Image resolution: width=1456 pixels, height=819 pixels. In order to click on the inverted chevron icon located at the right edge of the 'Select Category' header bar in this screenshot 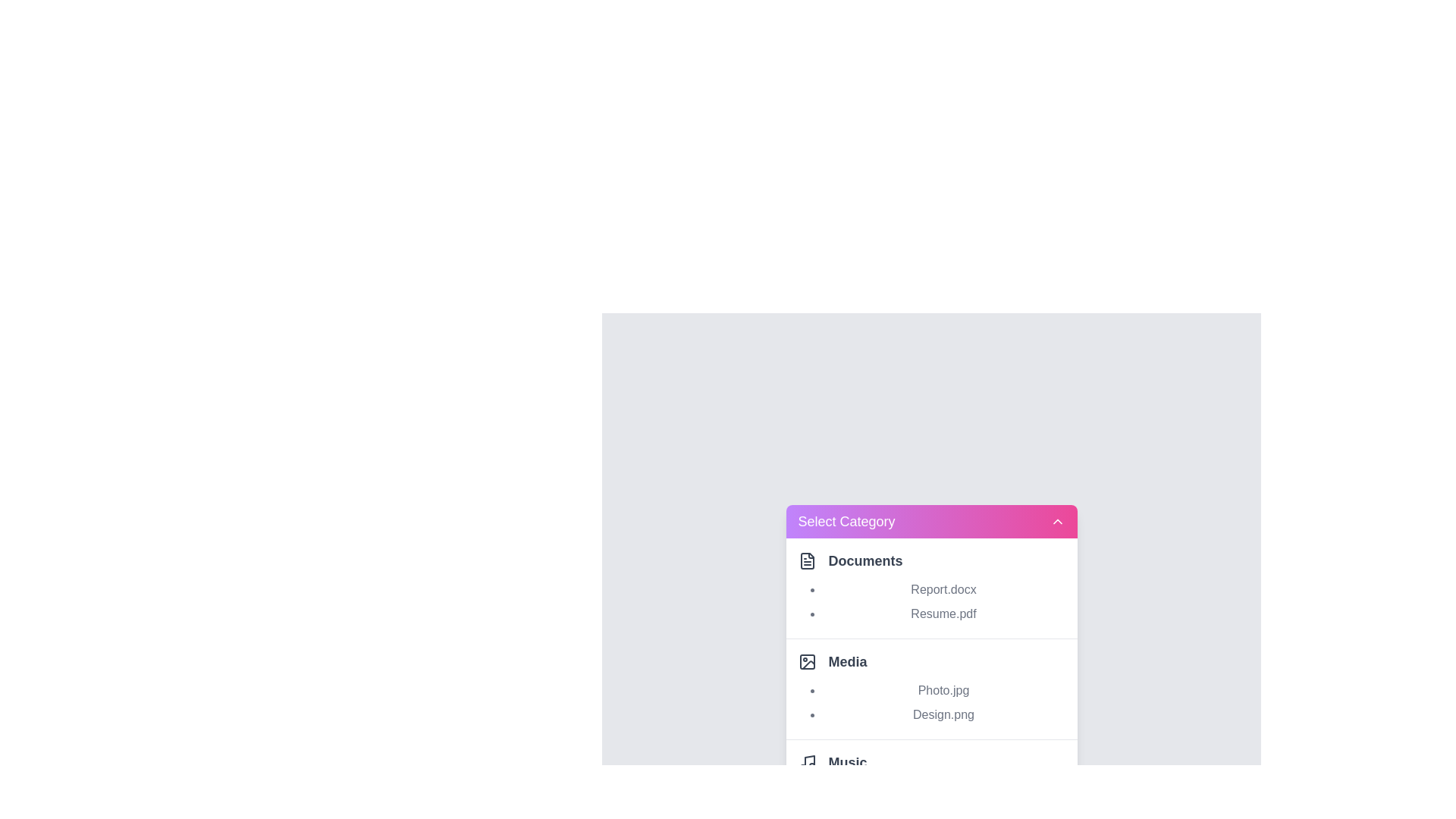, I will do `click(1056, 520)`.